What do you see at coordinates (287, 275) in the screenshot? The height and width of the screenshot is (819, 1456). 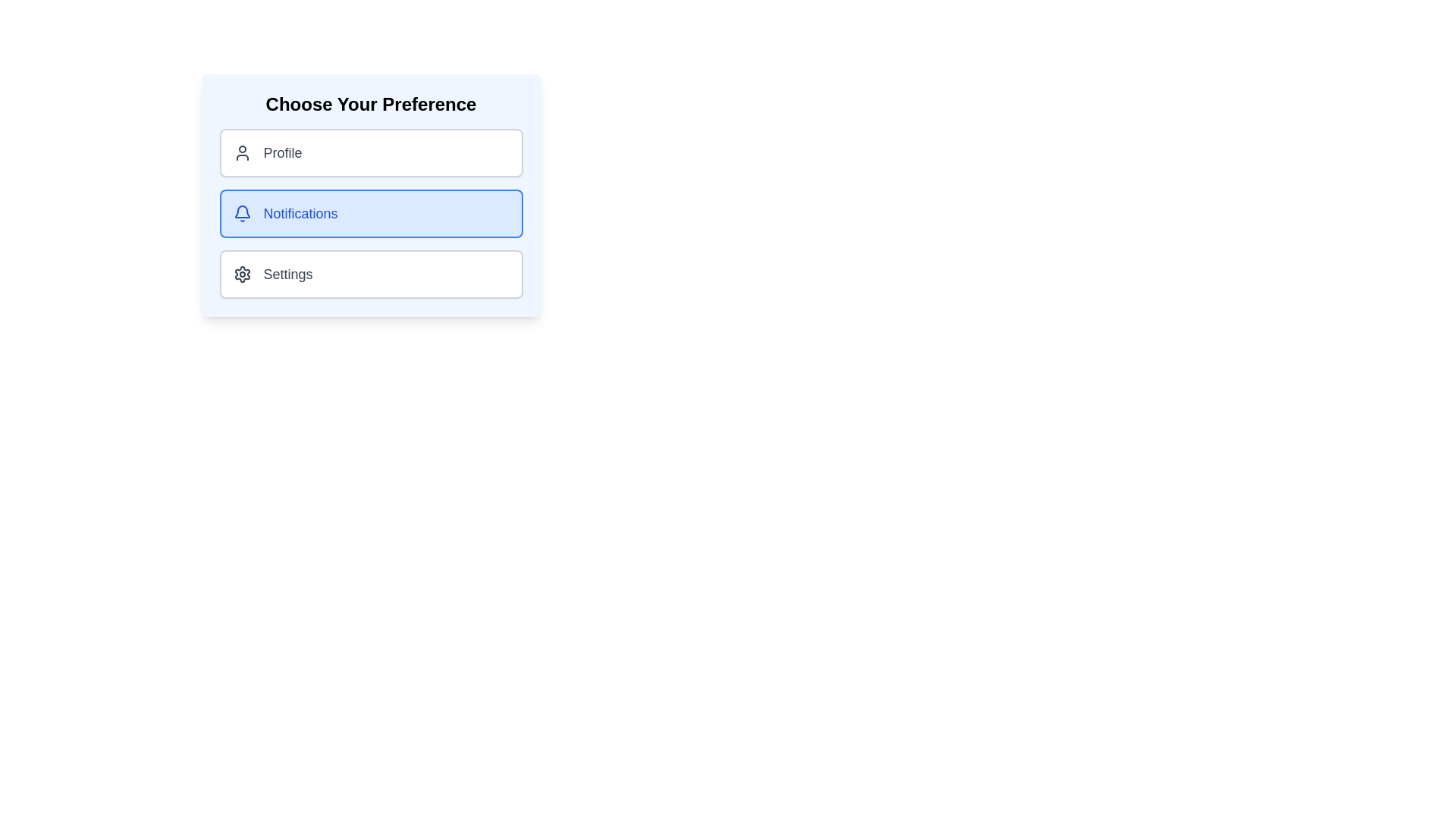 I see `the 'Settings' text label, which is styled with a medium font size and located to the right of a gear icon within the third card in a vertical list` at bounding box center [287, 275].